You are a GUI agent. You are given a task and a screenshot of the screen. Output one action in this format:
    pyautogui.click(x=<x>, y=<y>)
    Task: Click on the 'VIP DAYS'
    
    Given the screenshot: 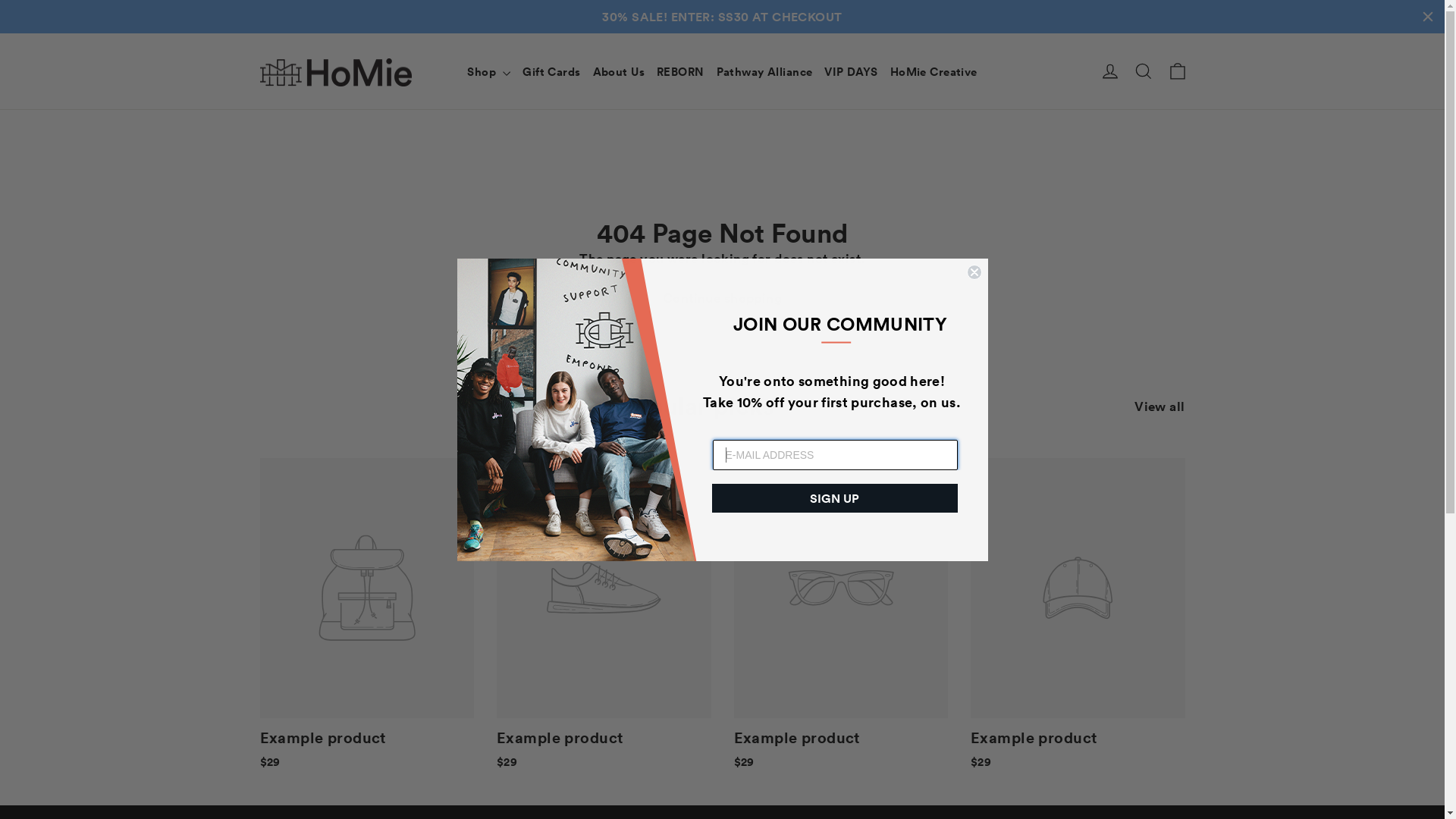 What is the action you would take?
    pyautogui.click(x=851, y=37)
    